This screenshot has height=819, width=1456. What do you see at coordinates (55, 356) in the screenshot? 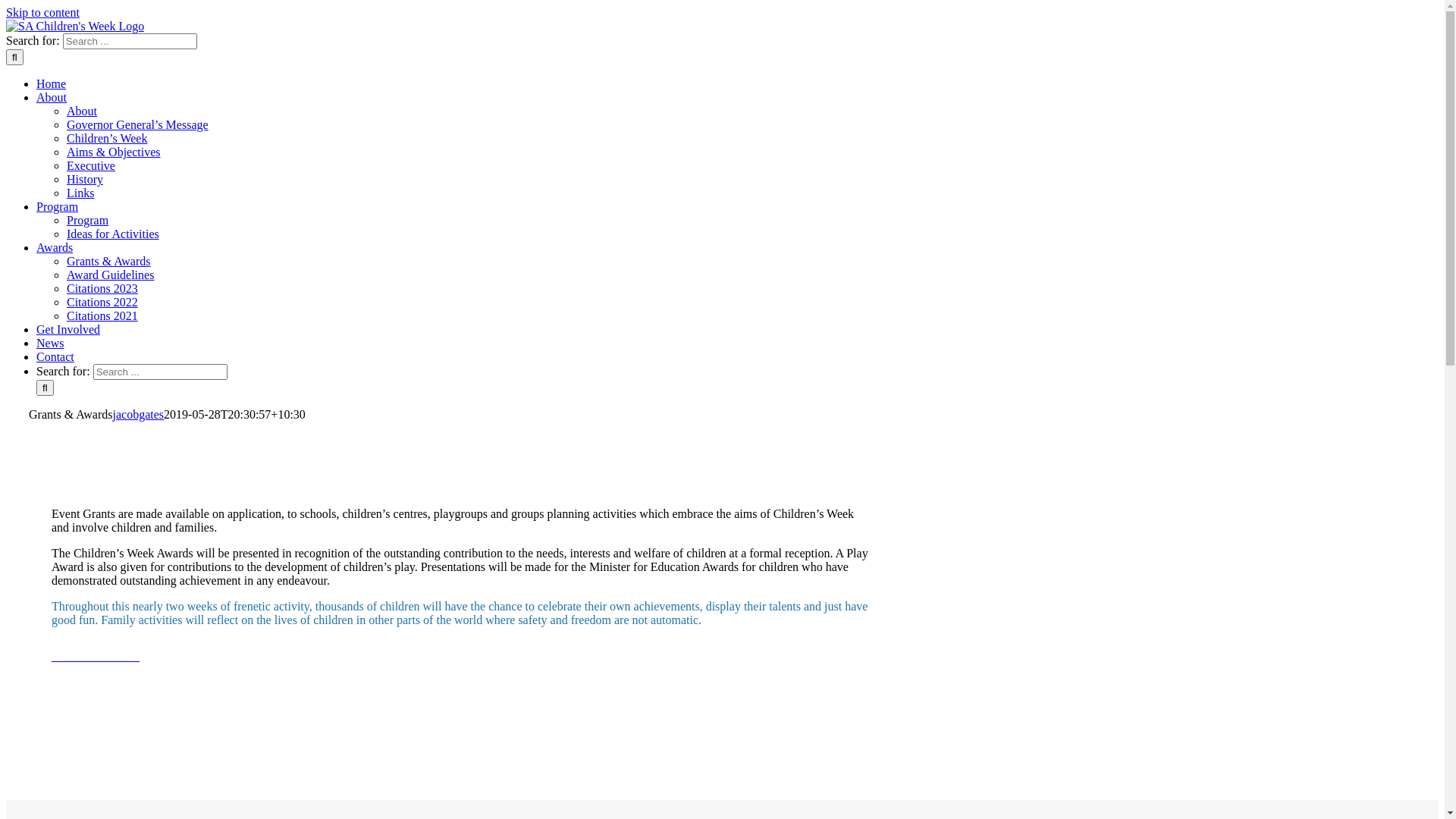
I see `'Contact'` at bounding box center [55, 356].